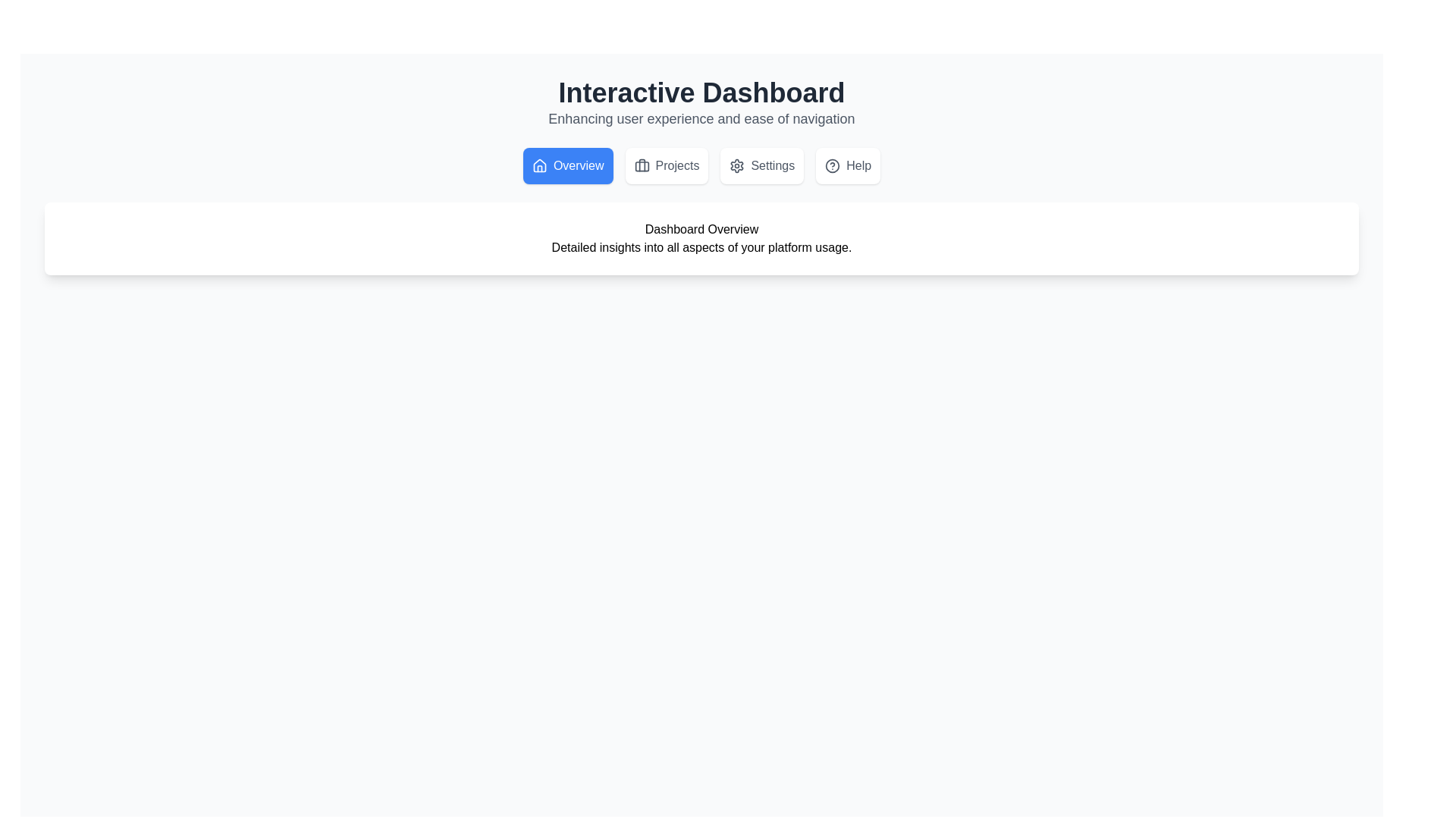  Describe the element at coordinates (642, 165) in the screenshot. I see `the vertical line within the briefcase icon, which is the second button from the left in the navigation bar under the 'Interactive Dashboard' title` at that location.